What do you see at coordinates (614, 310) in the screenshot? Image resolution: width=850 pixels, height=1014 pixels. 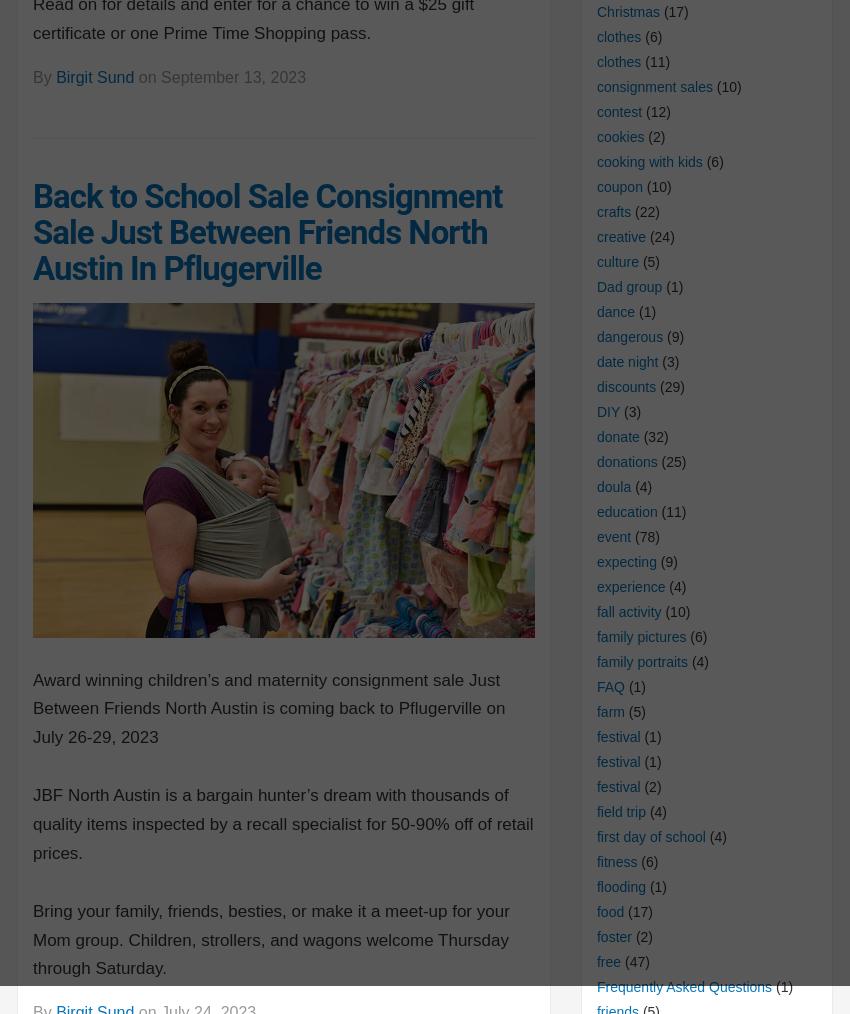 I see `'dance'` at bounding box center [614, 310].